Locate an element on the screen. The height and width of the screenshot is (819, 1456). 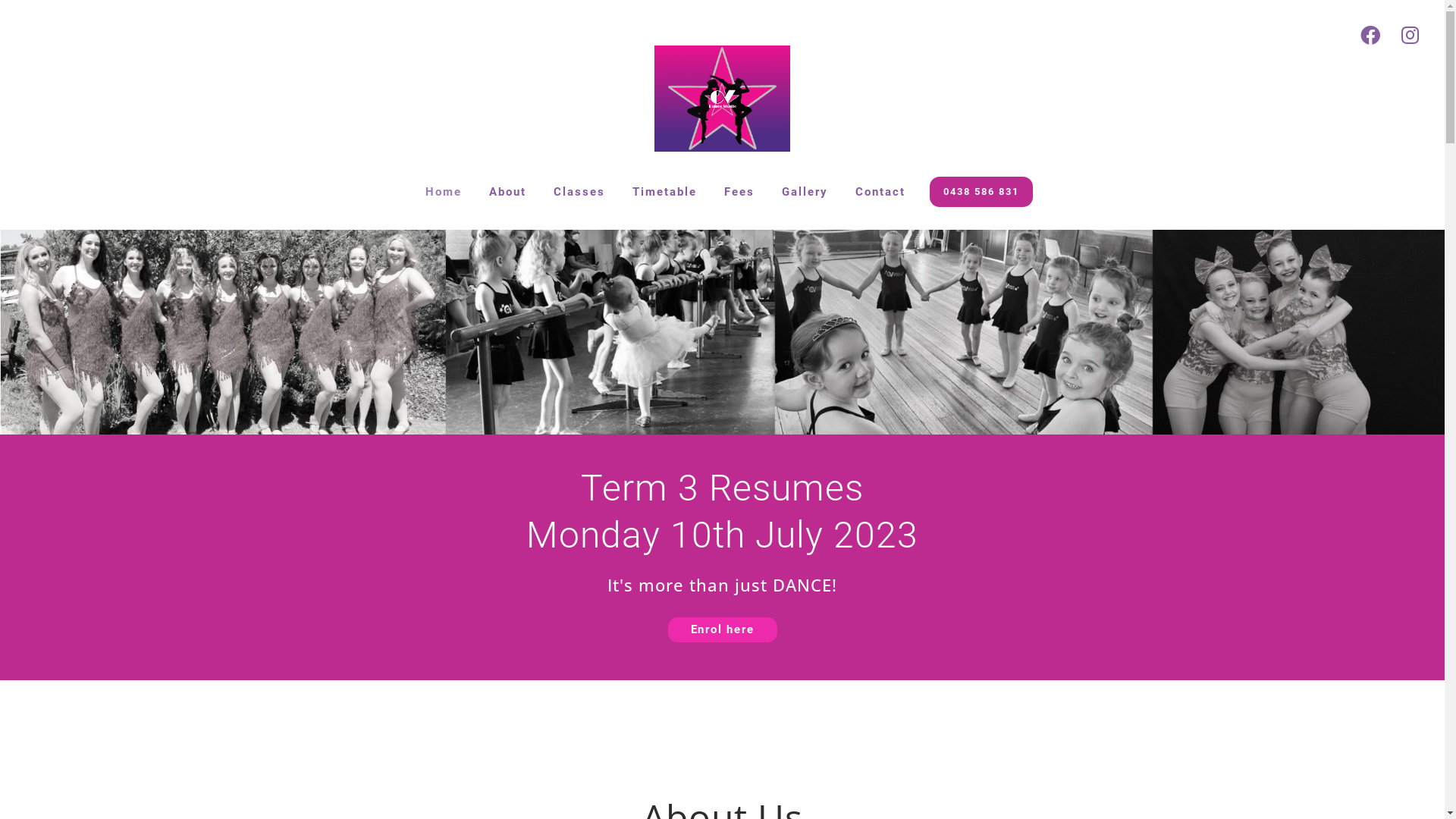
'Contact' is located at coordinates (880, 191).